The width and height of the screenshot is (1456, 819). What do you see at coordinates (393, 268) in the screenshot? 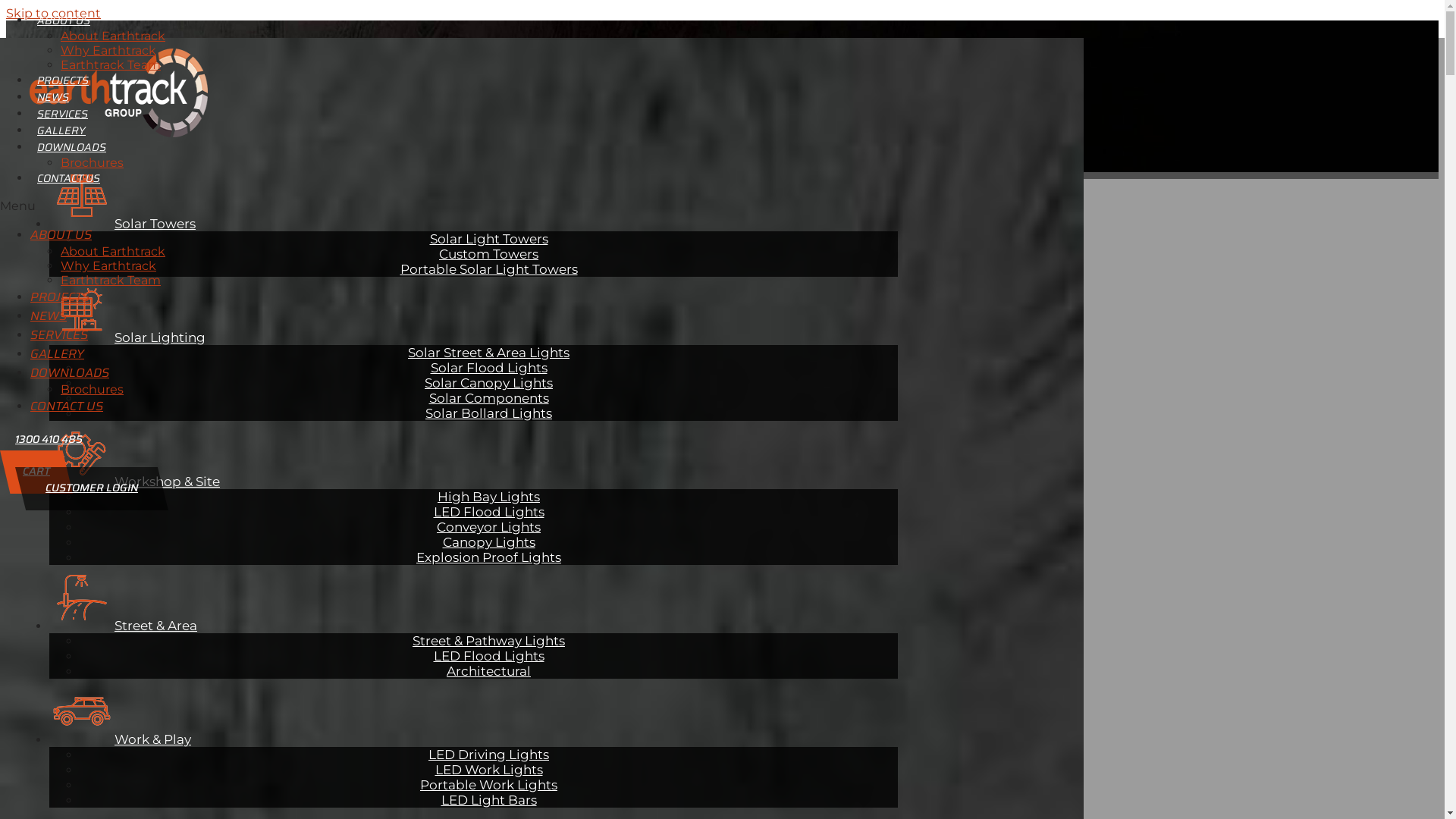
I see `'Portable Solar Light Towers'` at bounding box center [393, 268].